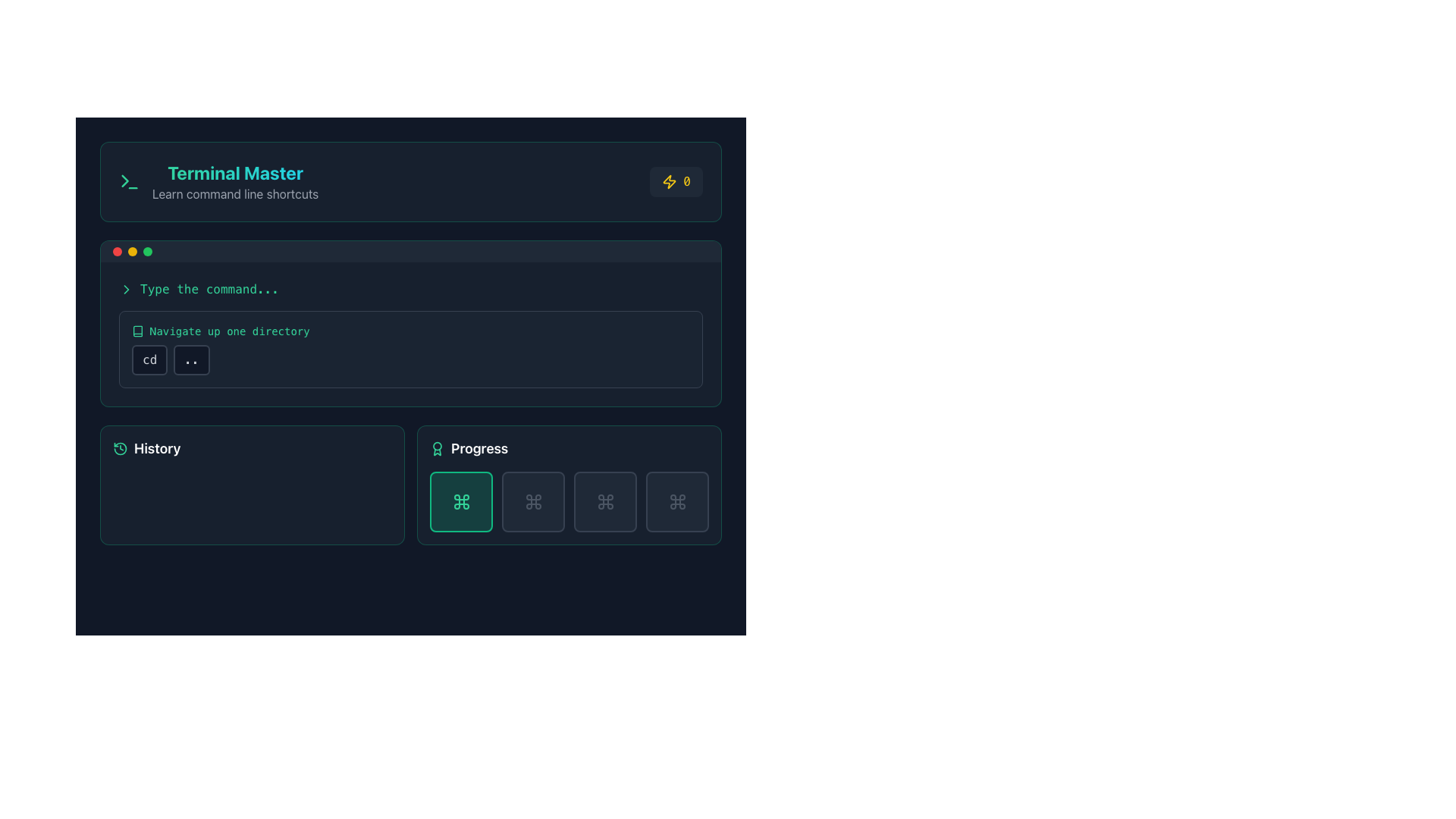 This screenshot has width=1456, height=819. Describe the element at coordinates (460, 502) in the screenshot. I see `the first button in the 'Progress' section, which is a control-related visual indicator located in the lower right area of the interface` at that location.